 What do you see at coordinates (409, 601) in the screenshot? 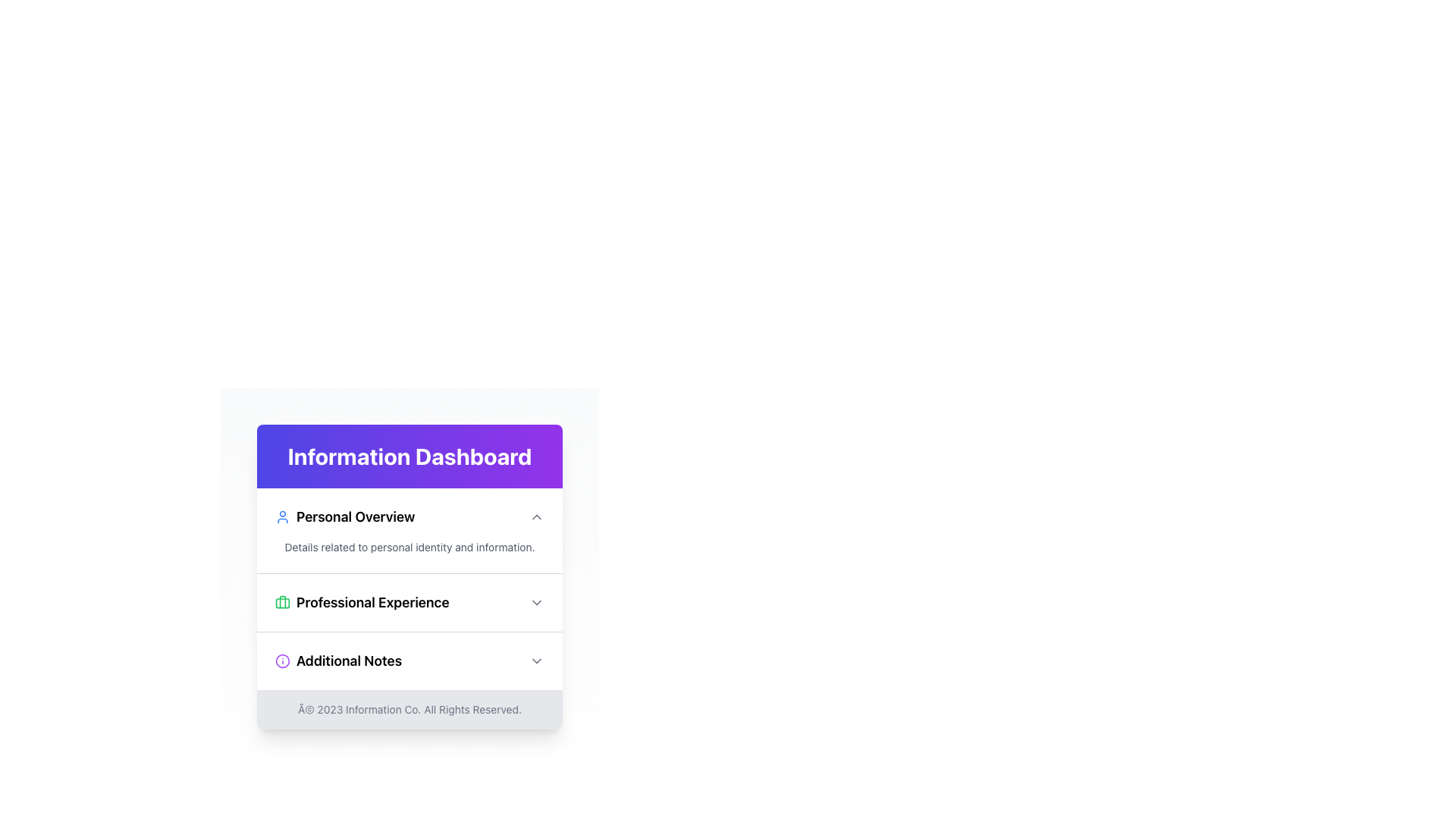
I see `the 'Professional Experience' label which features a briefcase icon on the left and a downward chevron on the right, located in the 'Information Dashboard' section` at bounding box center [409, 601].